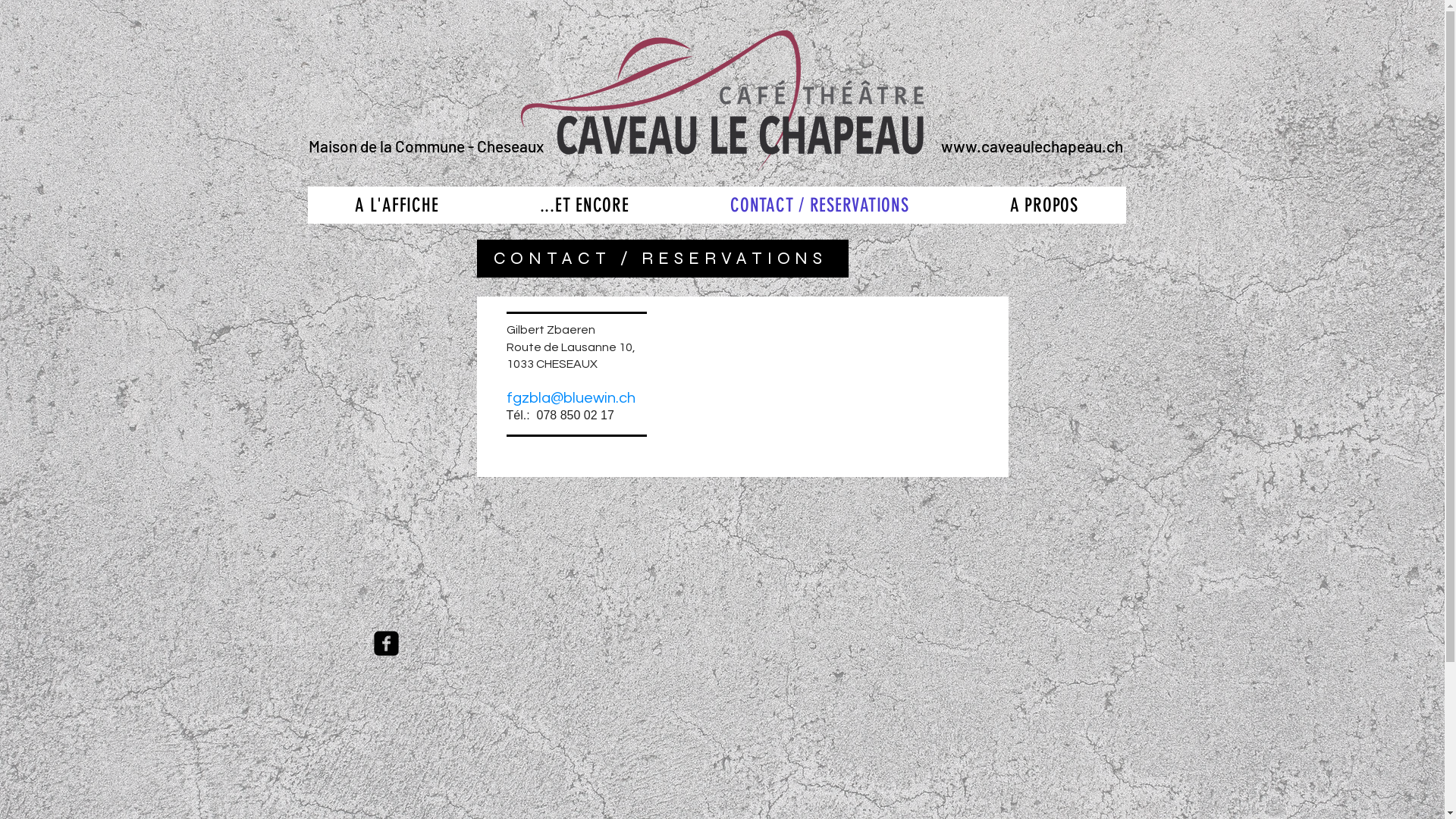 This screenshot has width=1456, height=819. What do you see at coordinates (570, 397) in the screenshot?
I see `'fgzbla@bluewin.ch'` at bounding box center [570, 397].